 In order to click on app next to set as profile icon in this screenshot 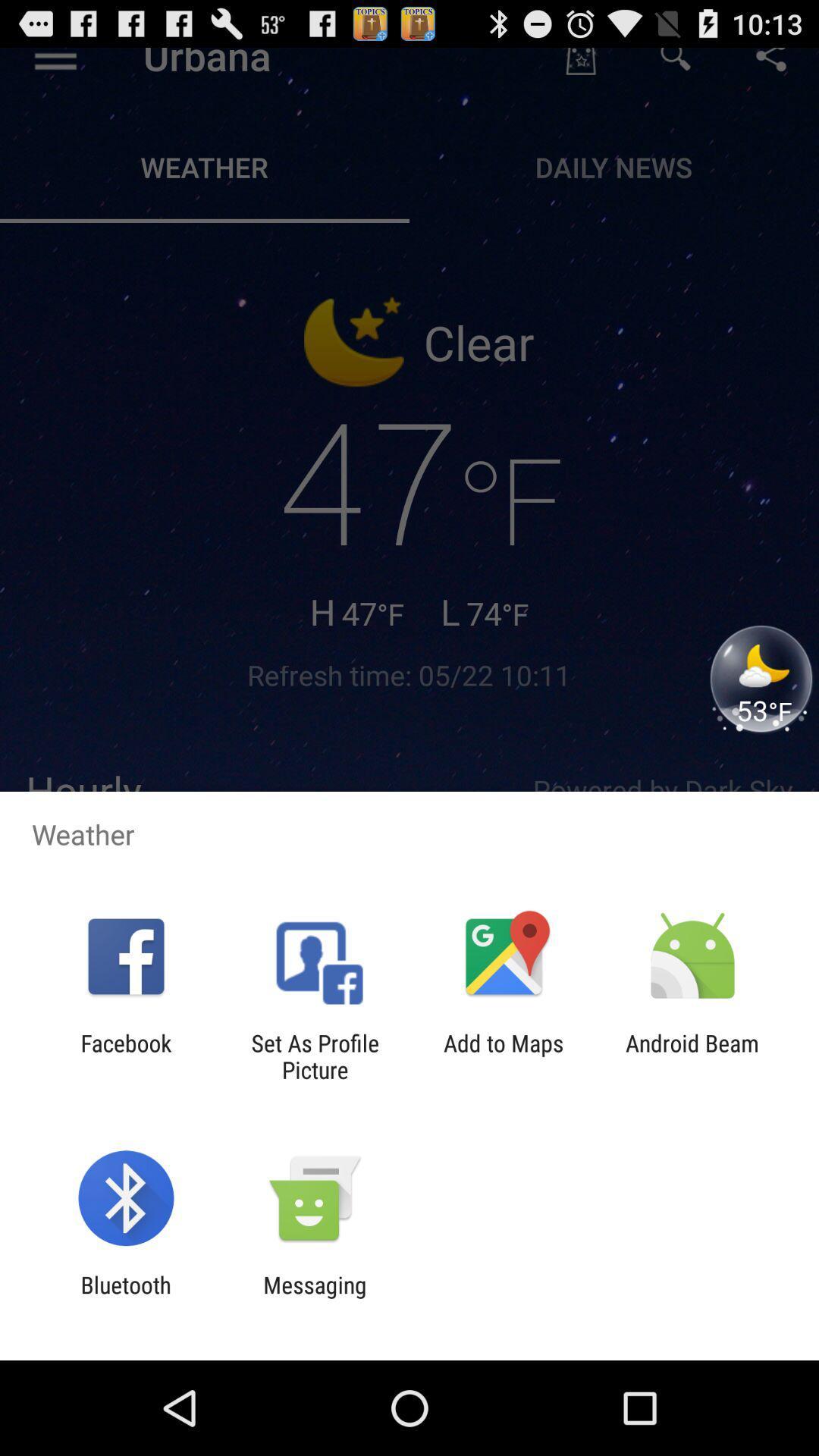, I will do `click(125, 1056)`.